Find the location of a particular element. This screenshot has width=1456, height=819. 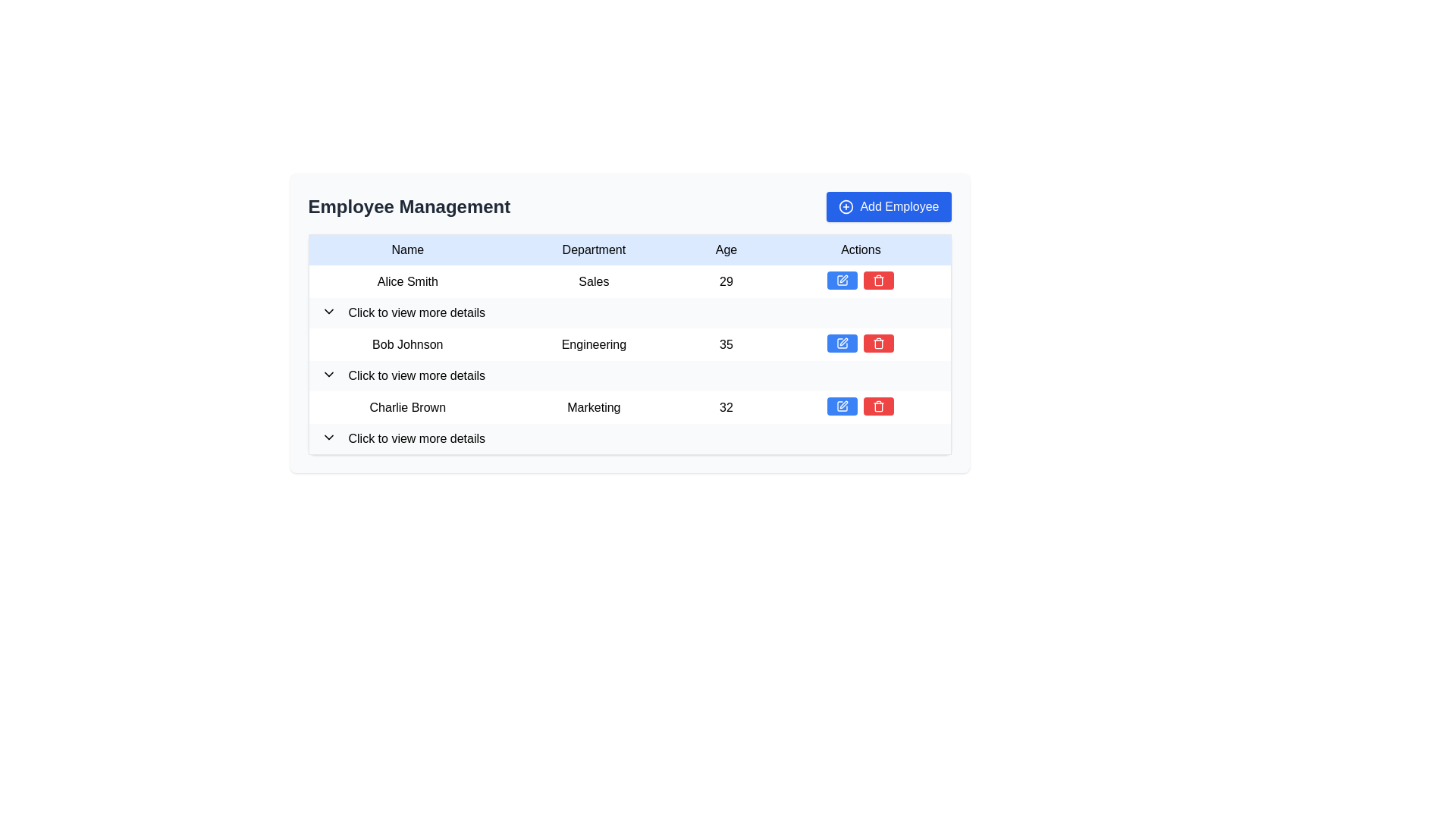

the delete button in the 'Actions' column of the table for 'Bob Johnson' is located at coordinates (879, 343).